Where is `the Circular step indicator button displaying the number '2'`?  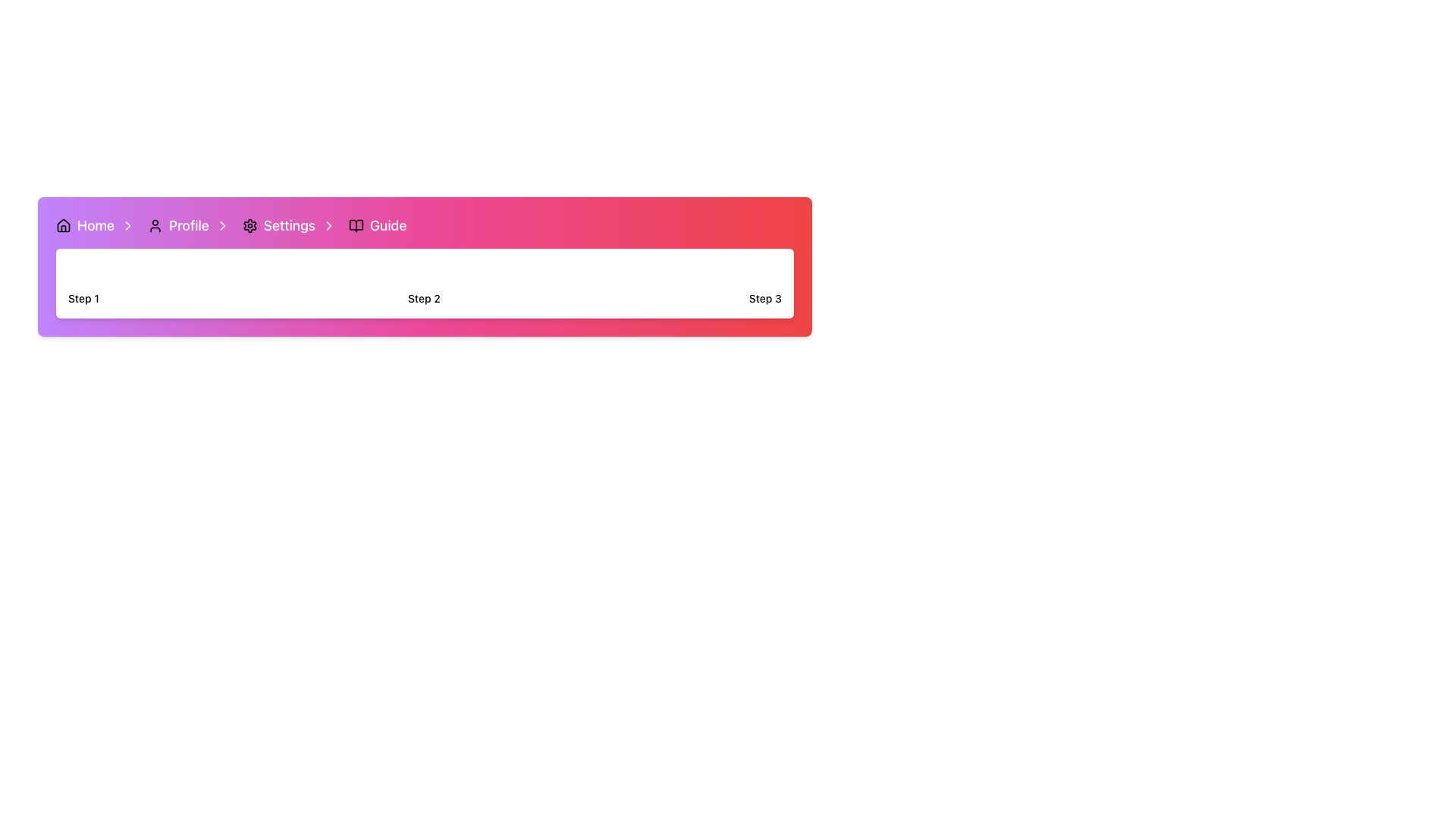 the Circular step indicator button displaying the number '2' is located at coordinates (424, 271).